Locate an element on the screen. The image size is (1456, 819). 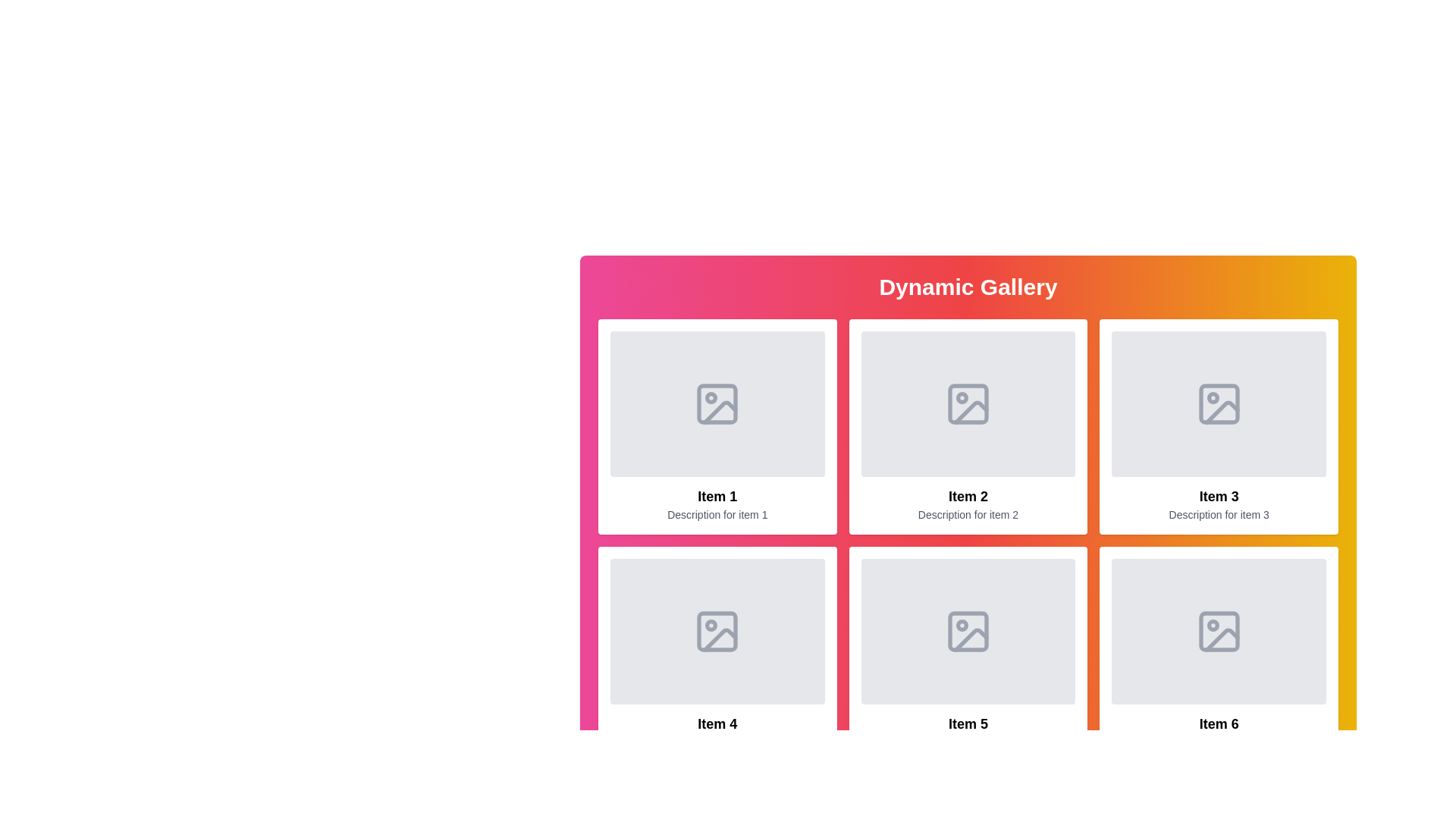
the graphical icon part representing the image placeholder in the first cell of the gallery's top row, labeled 'Item 1' is located at coordinates (717, 403).